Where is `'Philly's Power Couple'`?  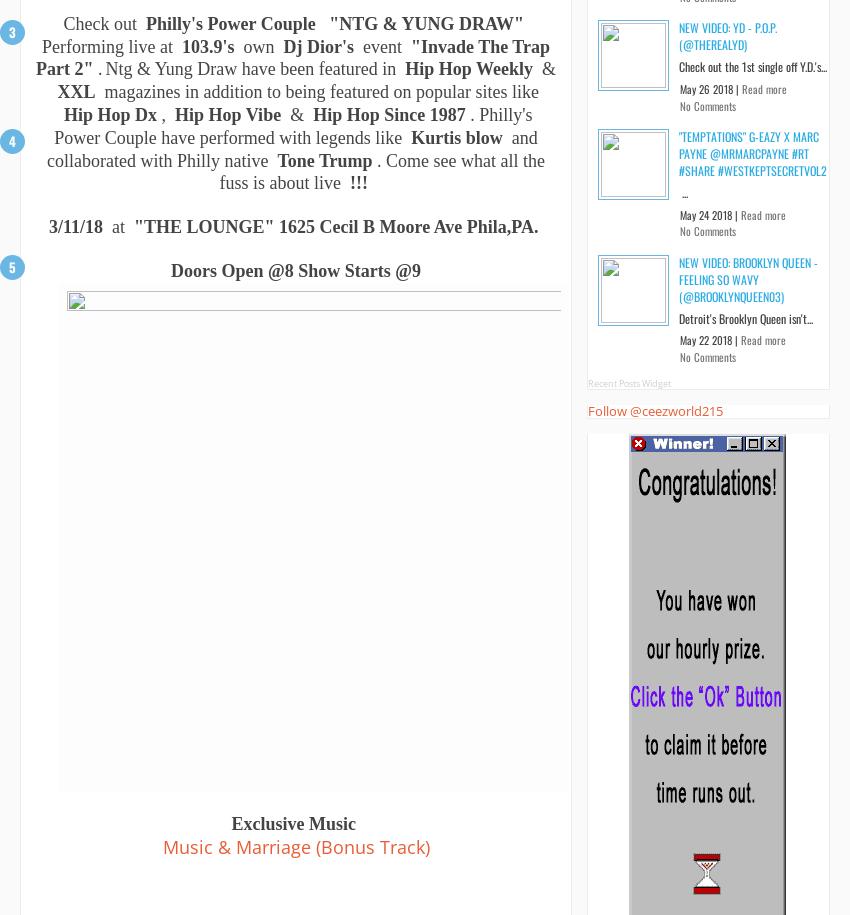
'Philly's Power Couple' is located at coordinates (230, 22).